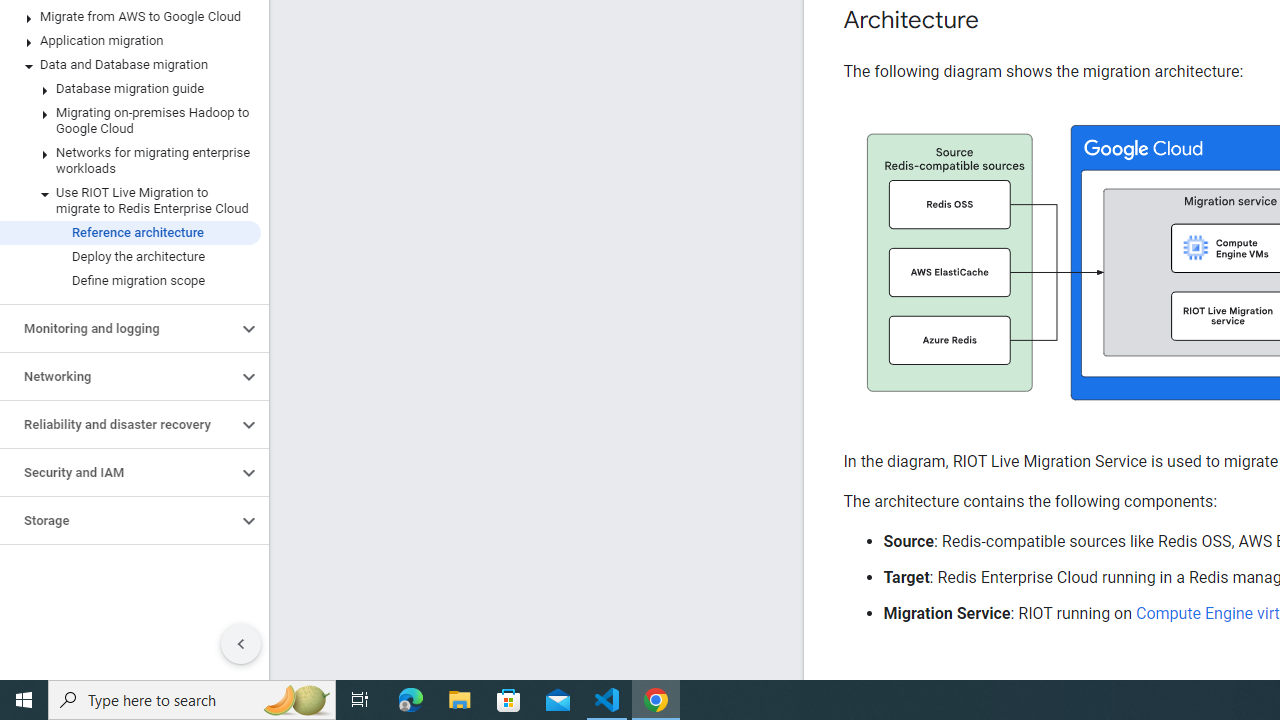  What do you see at coordinates (129, 159) in the screenshot?
I see `'Networks for migrating enterprise workloads'` at bounding box center [129, 159].